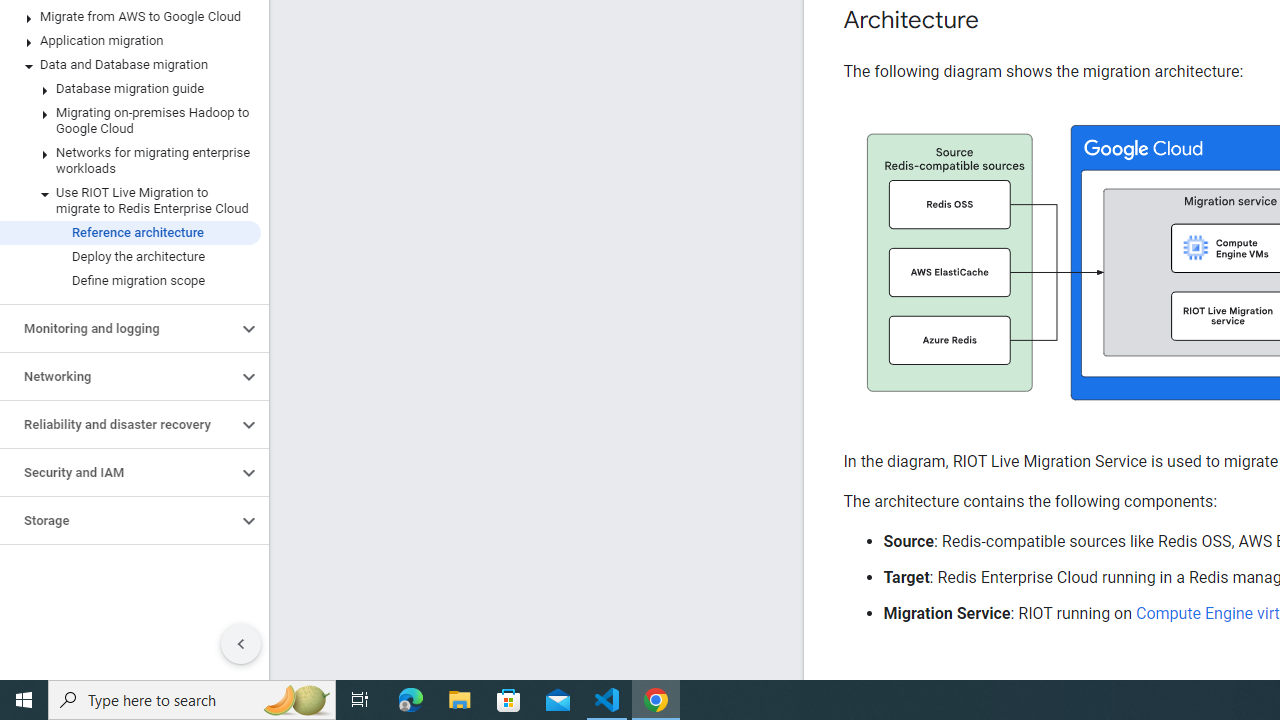  What do you see at coordinates (129, 159) in the screenshot?
I see `'Networks for migrating enterprise workloads'` at bounding box center [129, 159].